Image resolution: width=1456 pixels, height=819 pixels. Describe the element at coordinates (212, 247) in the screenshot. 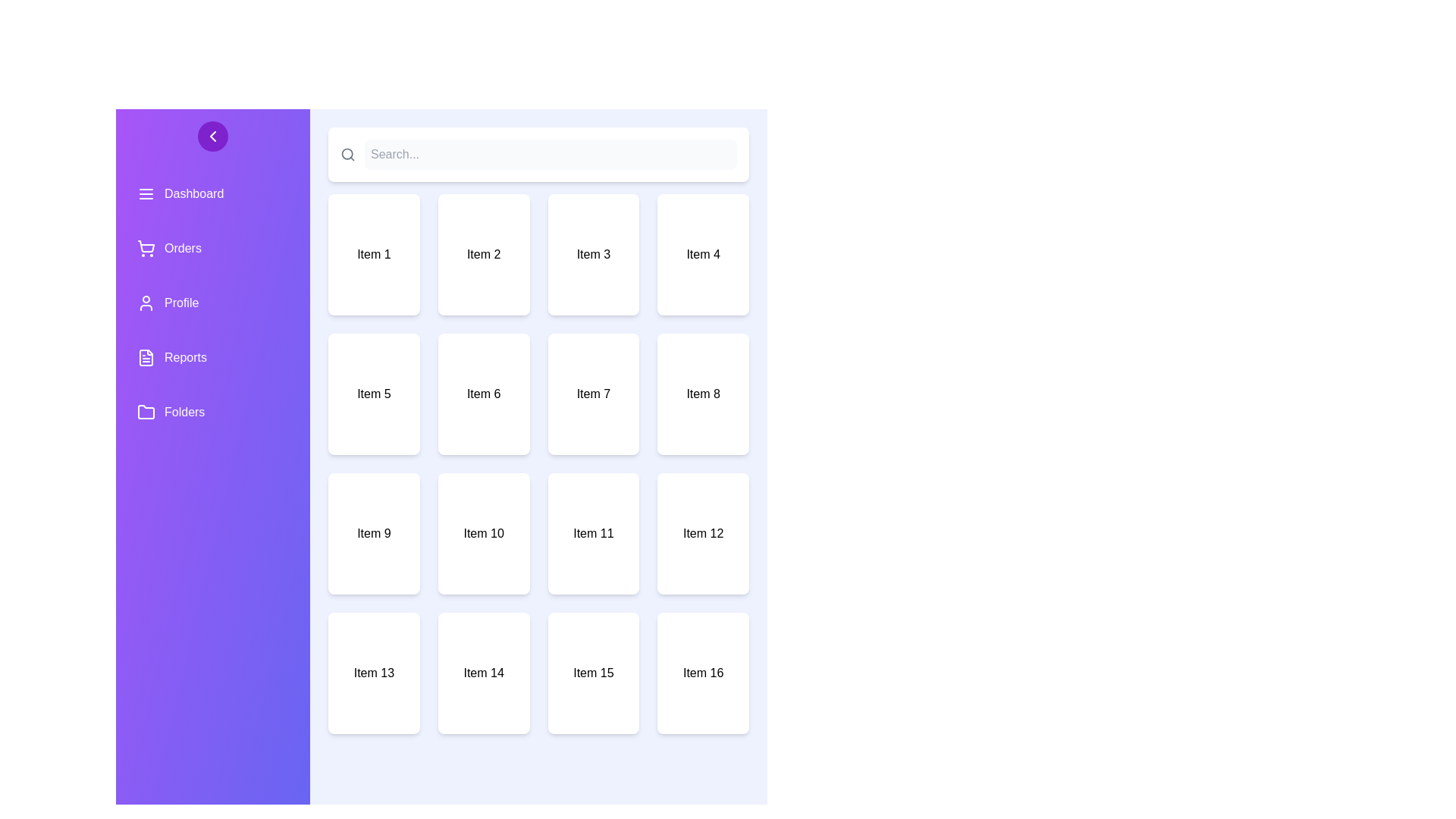

I see `the sidebar menu item labeled Orders to navigate to its section` at that location.